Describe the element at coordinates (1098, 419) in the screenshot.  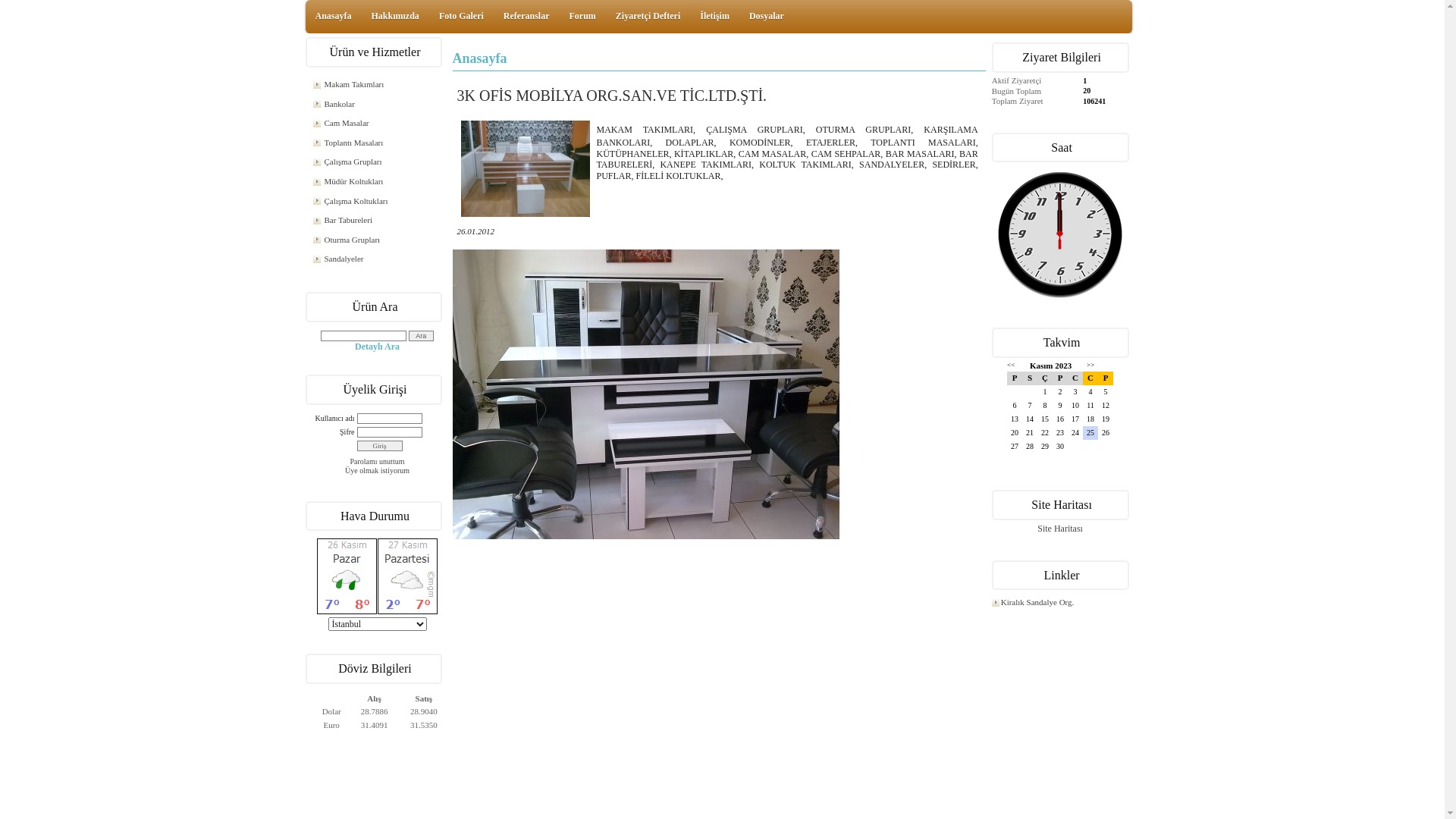
I see `'19'` at that location.